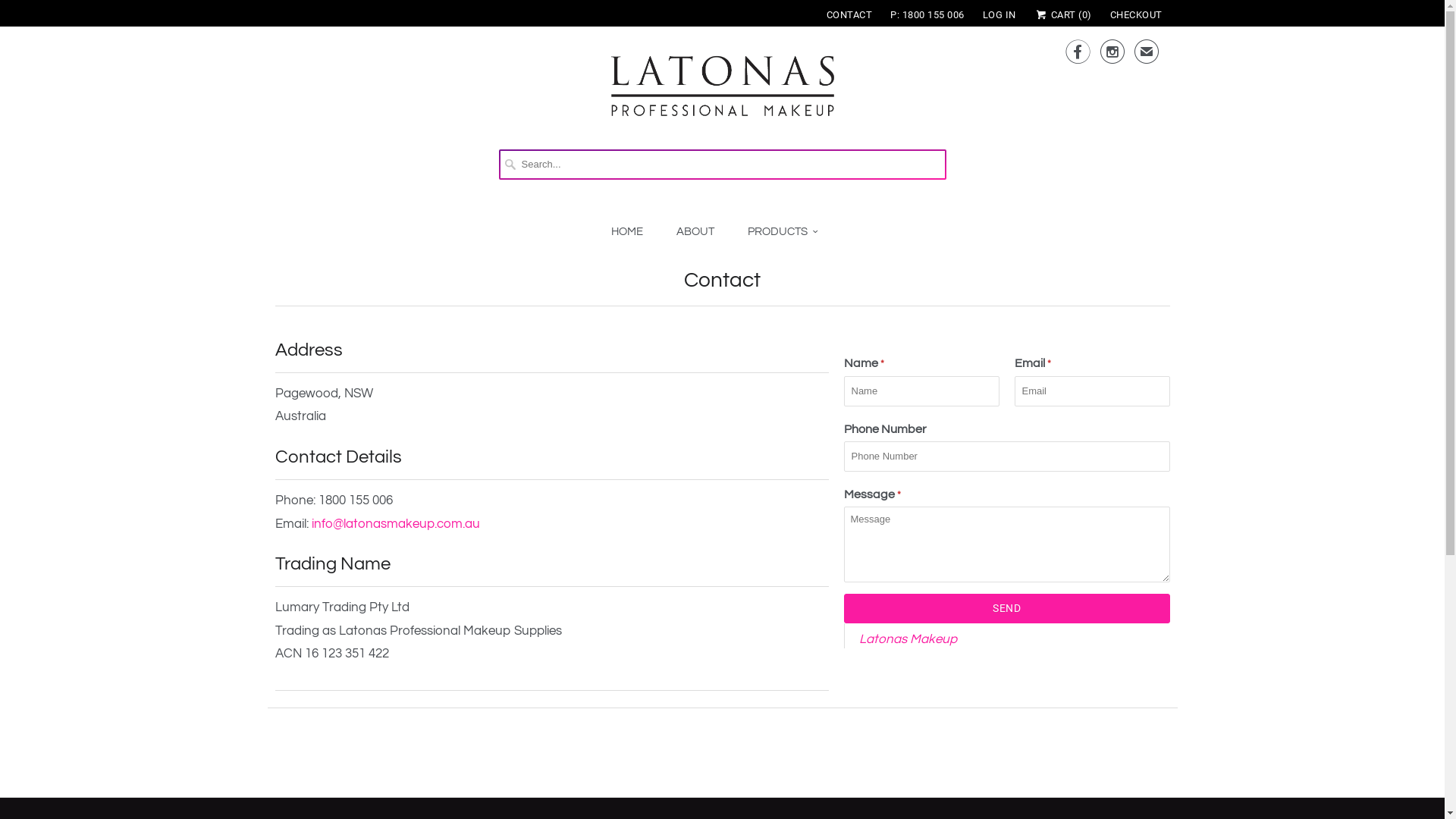 This screenshot has height=819, width=1456. I want to click on 'info@latonasmakeup.com.au', so click(309, 522).